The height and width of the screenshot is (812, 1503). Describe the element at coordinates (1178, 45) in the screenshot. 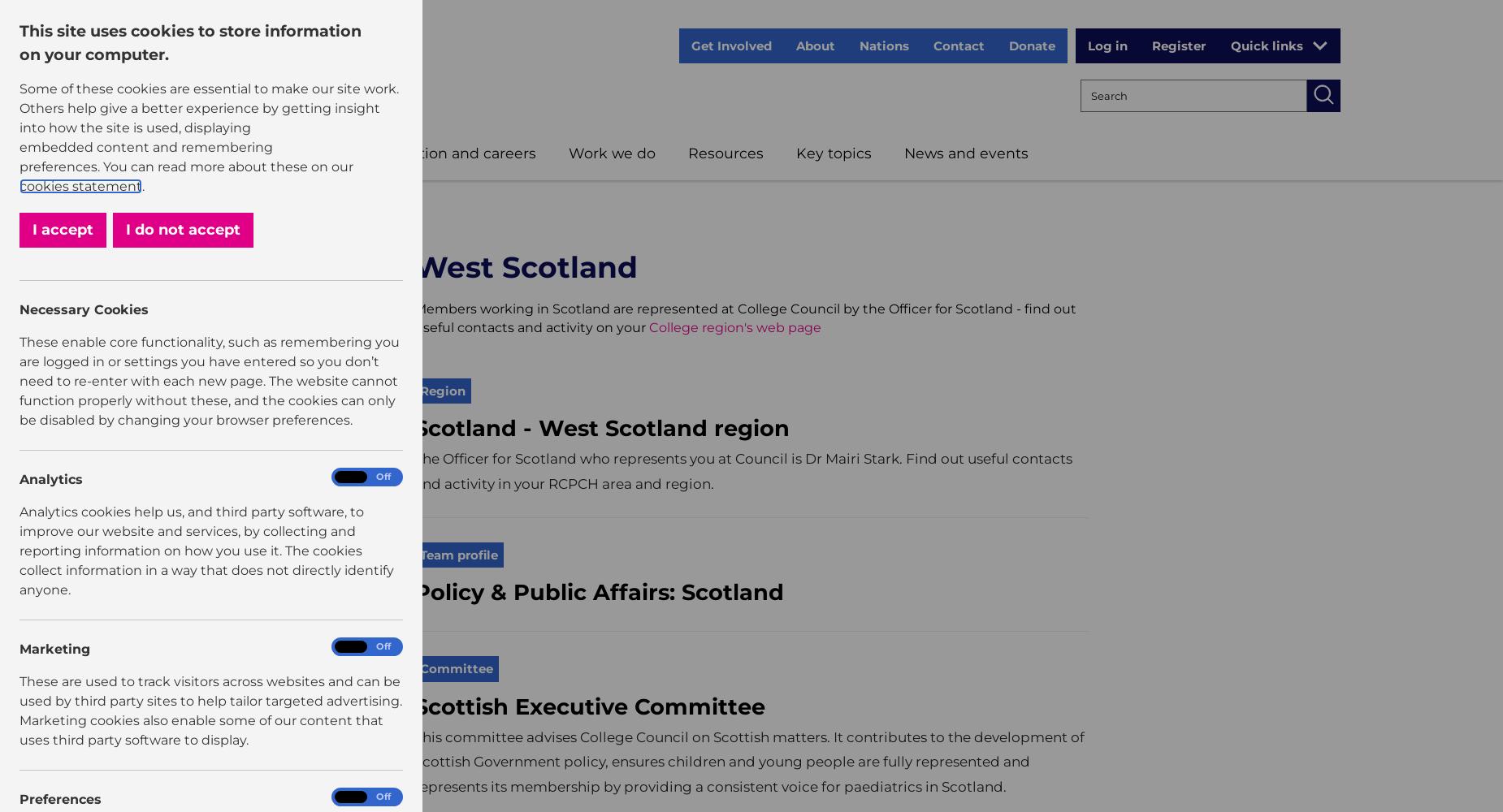

I see `'Register'` at that location.